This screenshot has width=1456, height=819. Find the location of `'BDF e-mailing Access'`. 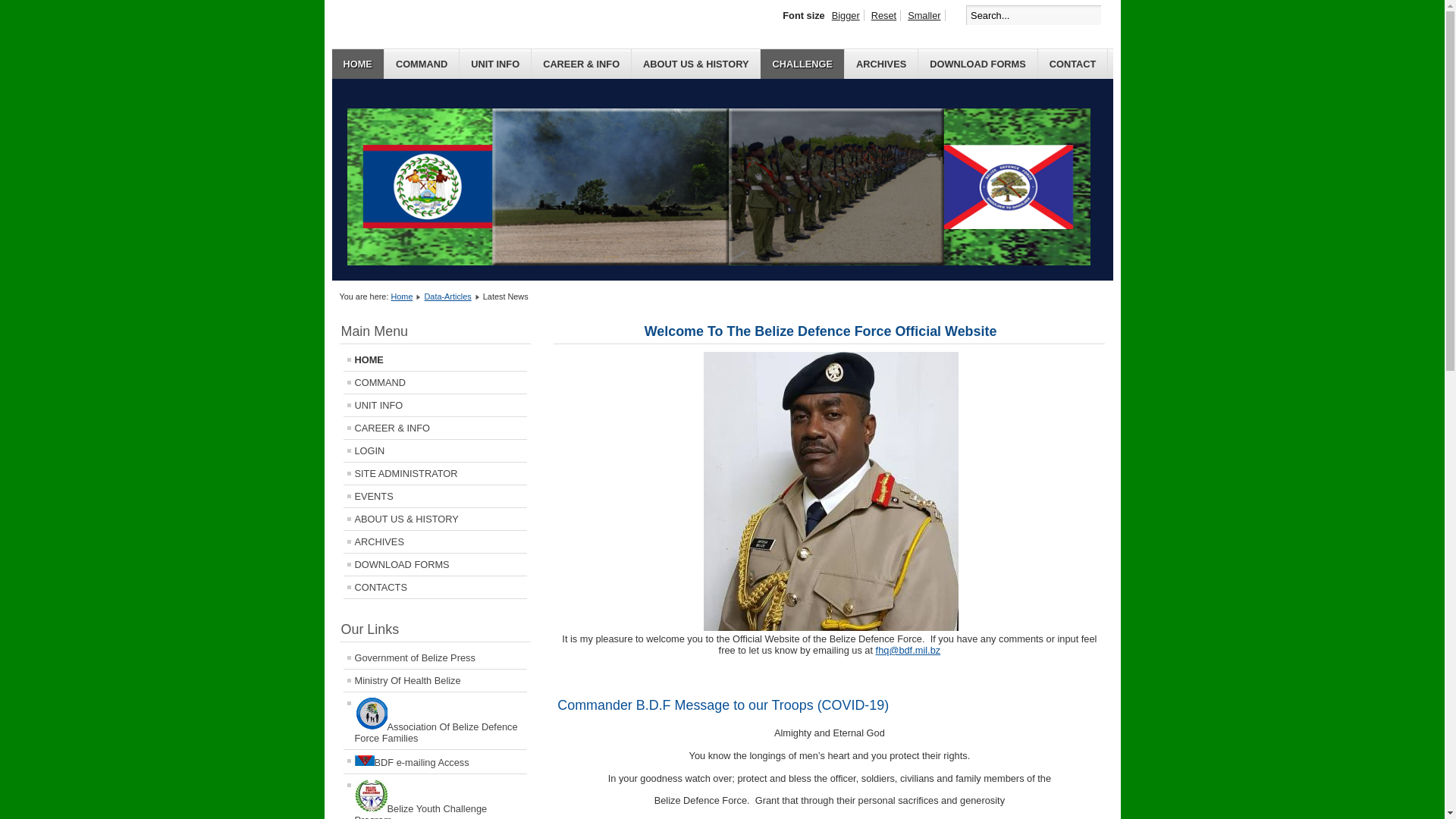

'BDF e-mailing Access' is located at coordinates (434, 761).